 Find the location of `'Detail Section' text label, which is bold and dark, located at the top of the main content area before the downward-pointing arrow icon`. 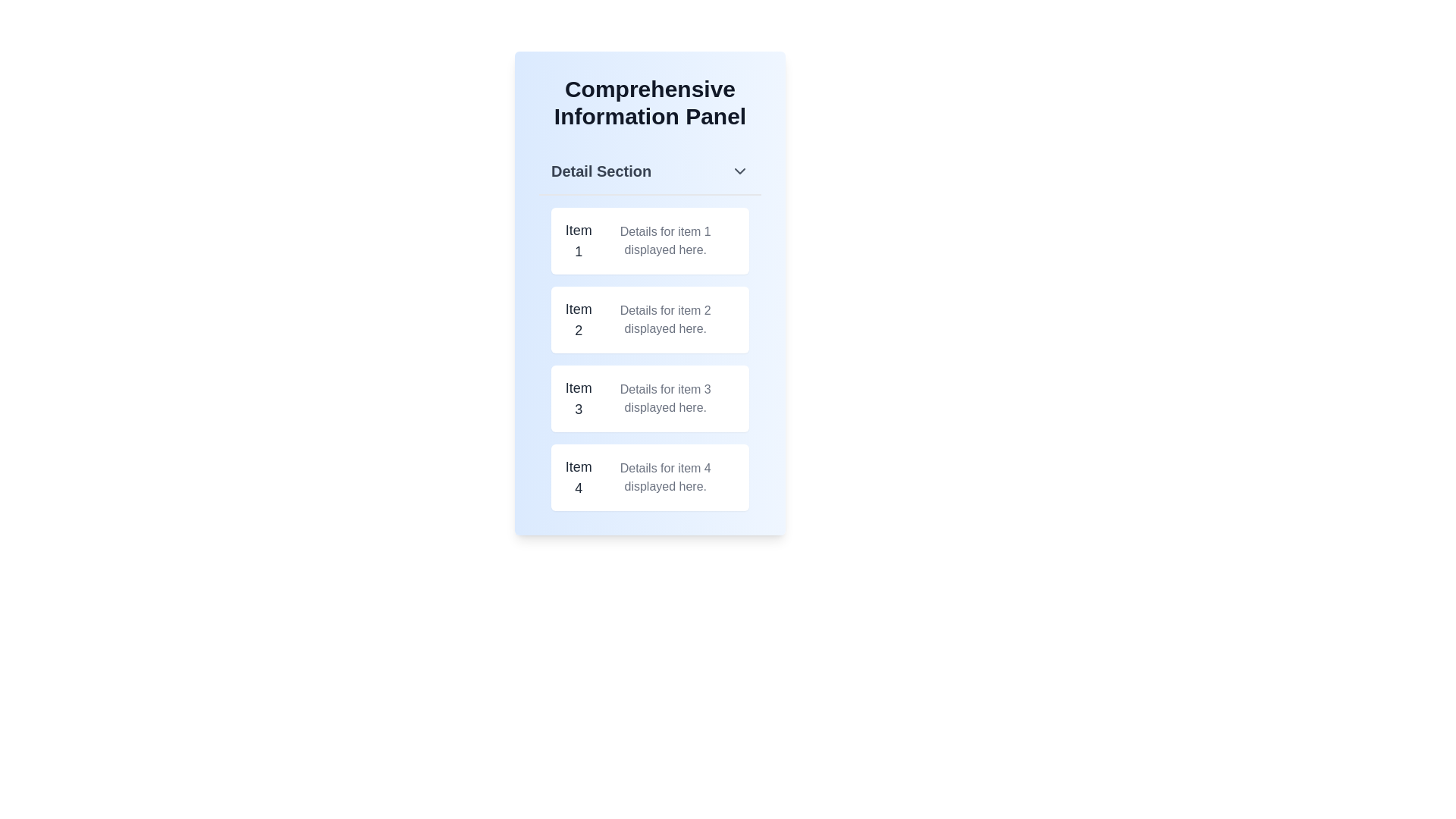

'Detail Section' text label, which is bold and dark, located at the top of the main content area before the downward-pointing arrow icon is located at coordinates (601, 171).